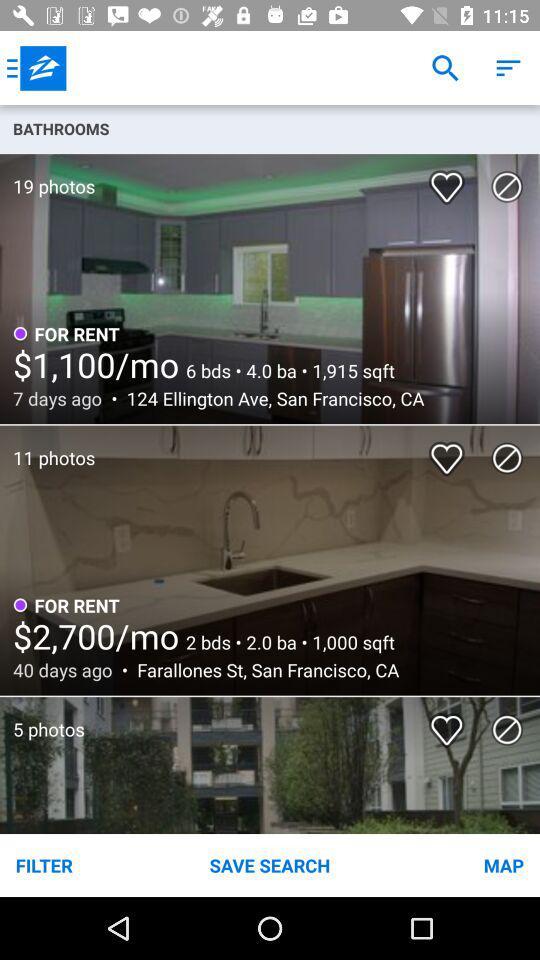  Describe the element at coordinates (42, 719) in the screenshot. I see `icon above filter icon` at that location.